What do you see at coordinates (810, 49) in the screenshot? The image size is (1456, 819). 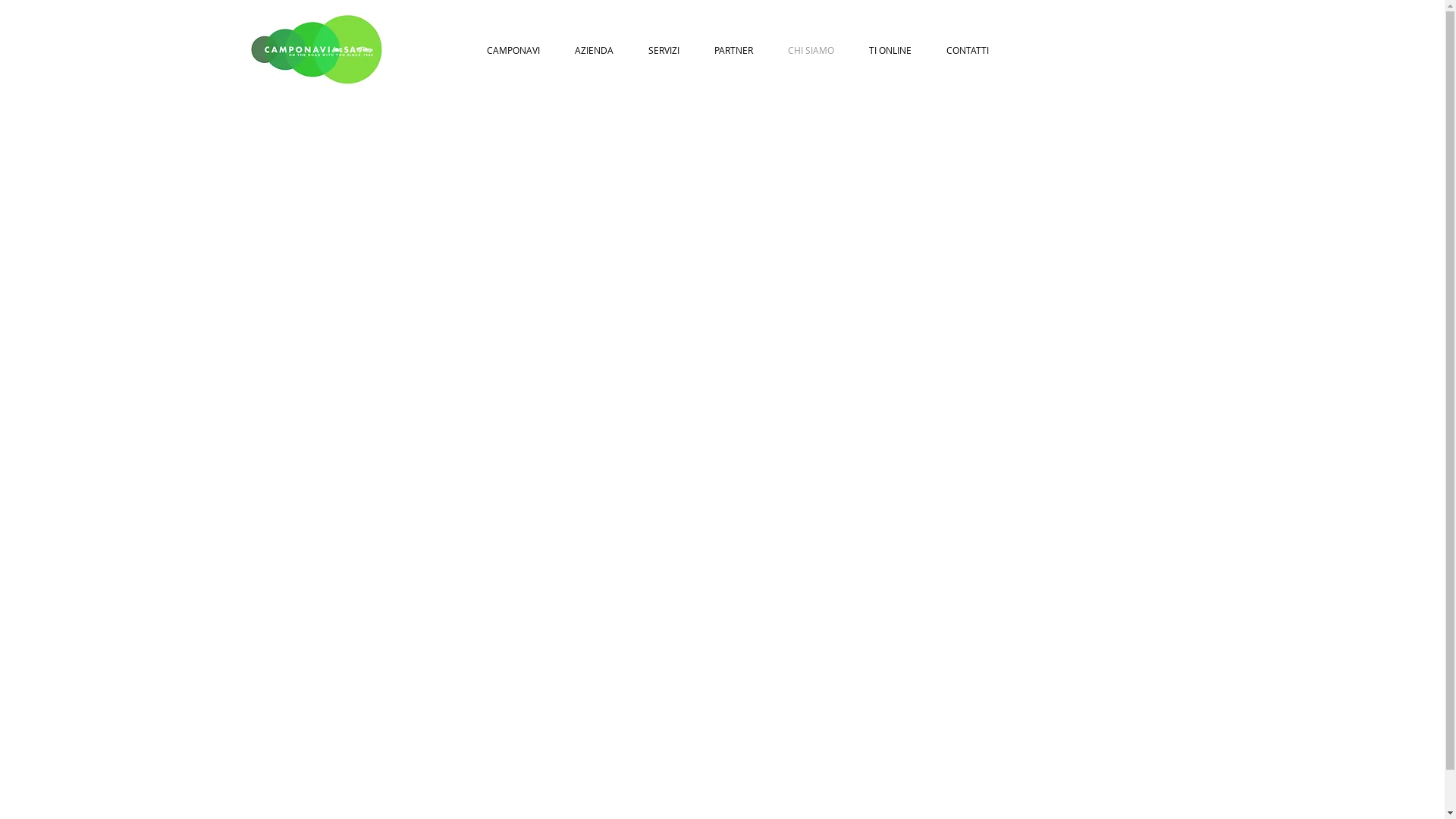 I see `'CHI SIAMO'` at bounding box center [810, 49].